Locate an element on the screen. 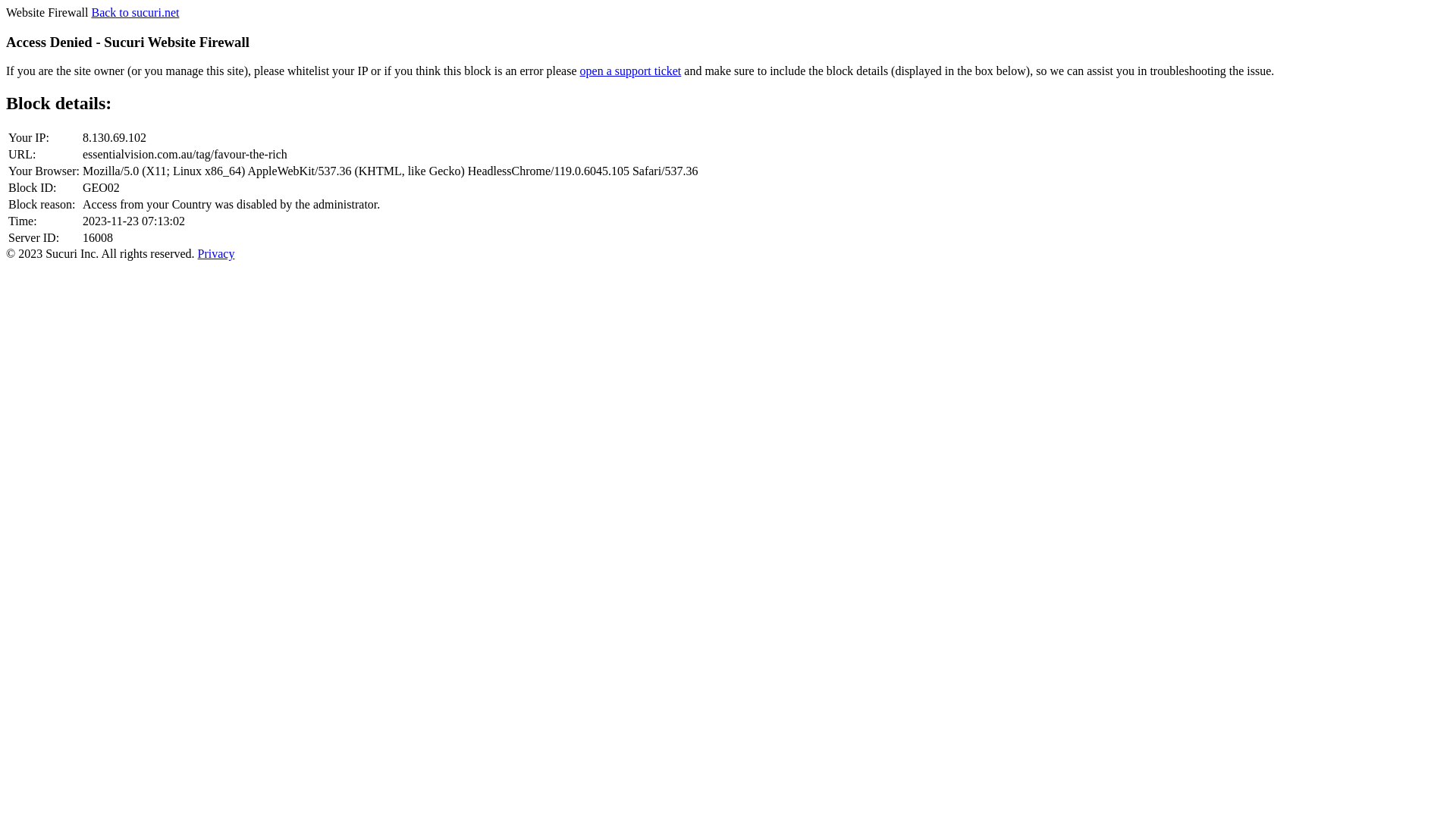 The image size is (1456, 819). 'Privacy' is located at coordinates (215, 253).